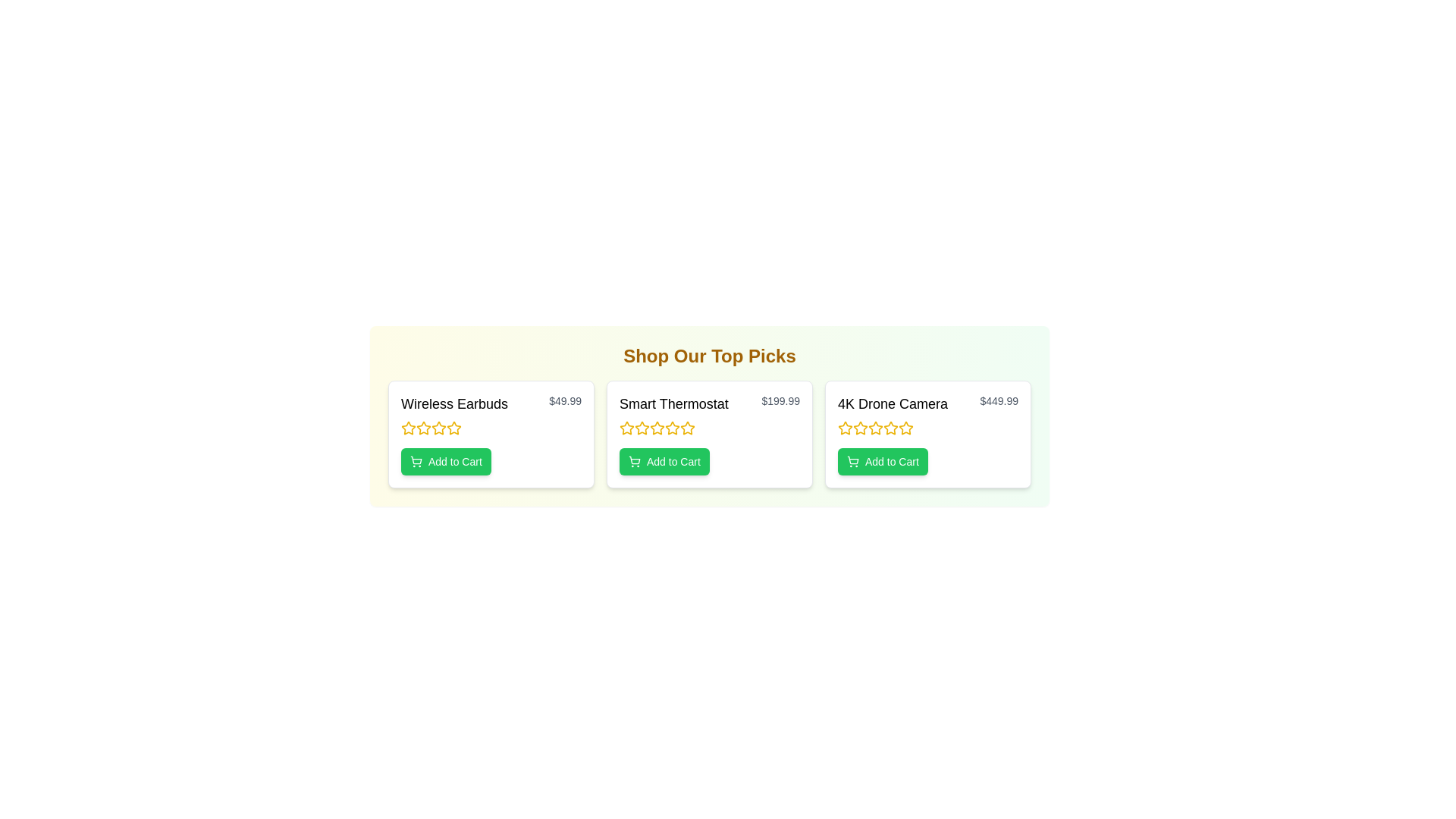 The height and width of the screenshot is (819, 1456). Describe the element at coordinates (445, 461) in the screenshot. I see `the 'Add to Cart' button for the product Wireless Earbuds` at that location.